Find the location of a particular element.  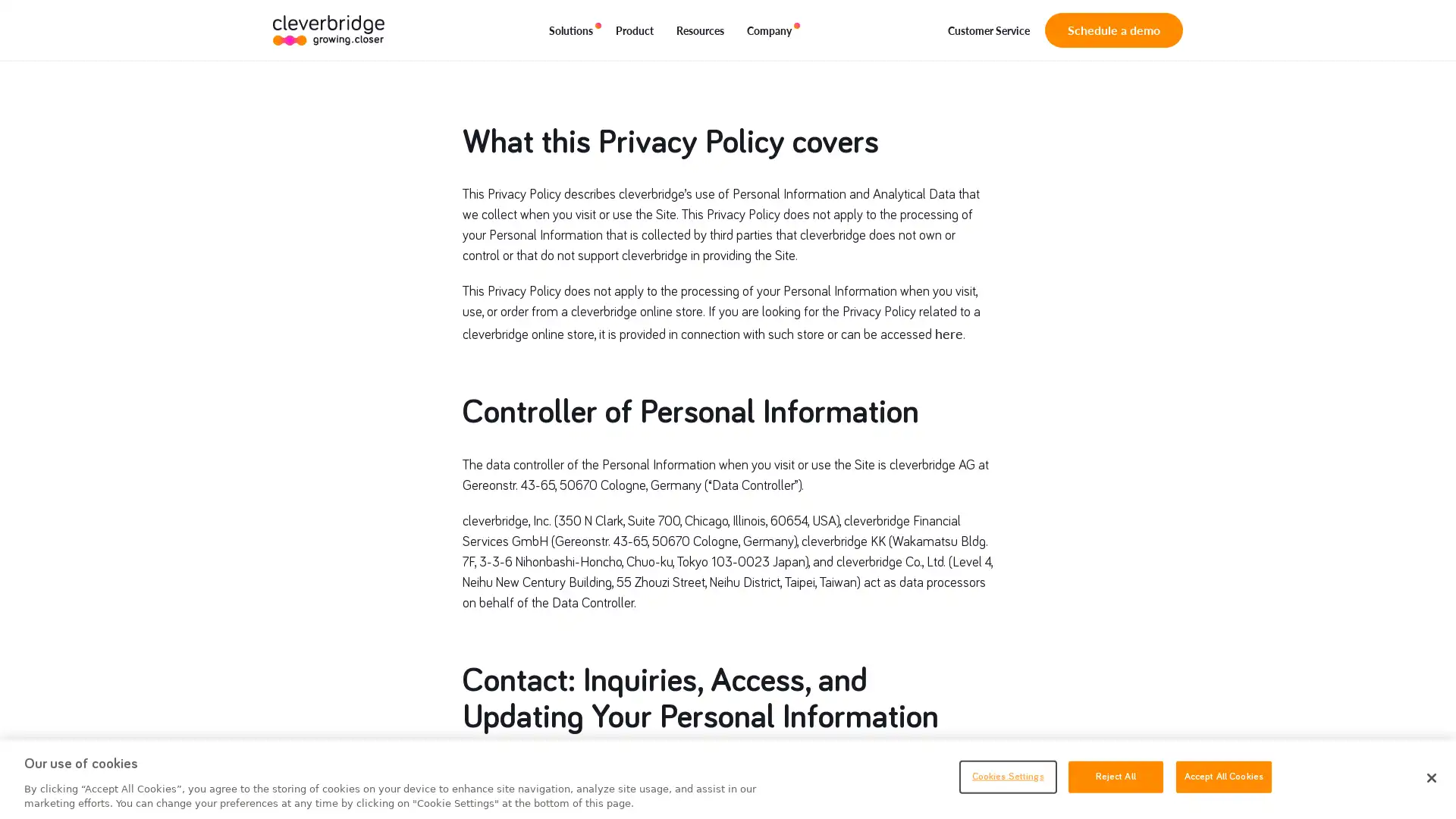

Close is located at coordinates (1430, 778).